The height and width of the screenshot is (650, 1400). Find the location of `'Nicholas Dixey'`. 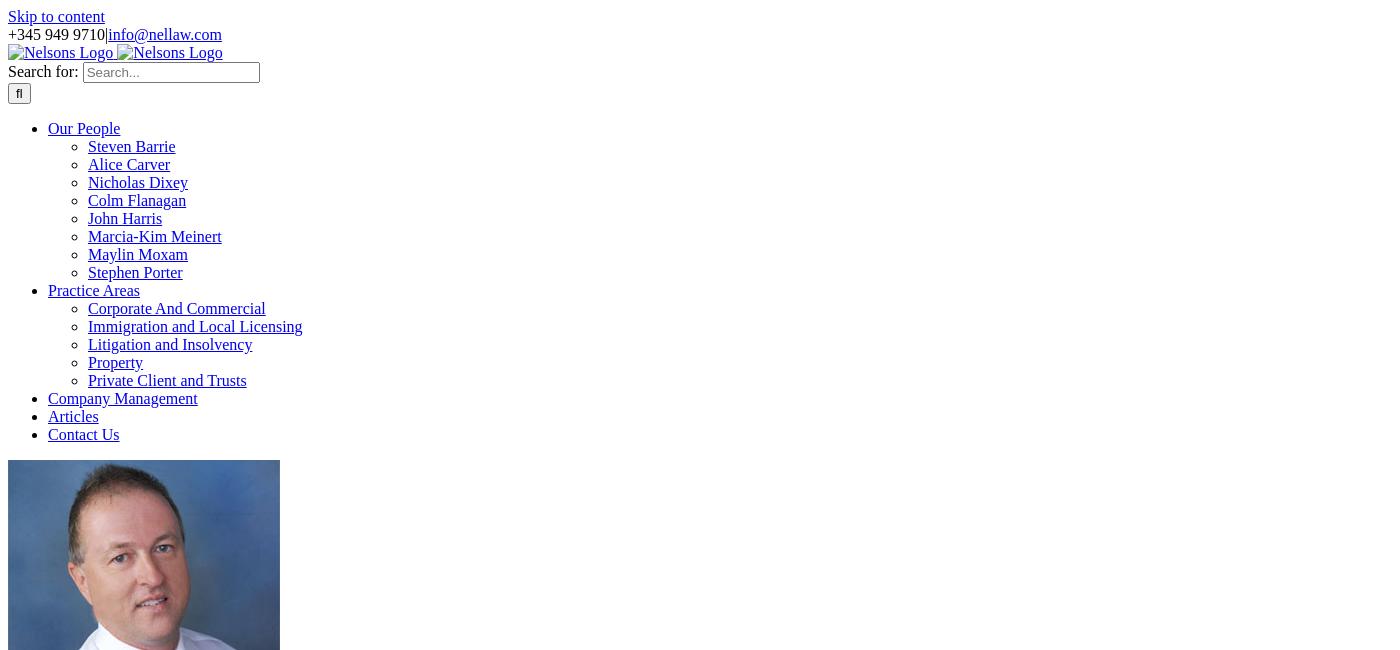

'Nicholas Dixey' is located at coordinates (137, 182).